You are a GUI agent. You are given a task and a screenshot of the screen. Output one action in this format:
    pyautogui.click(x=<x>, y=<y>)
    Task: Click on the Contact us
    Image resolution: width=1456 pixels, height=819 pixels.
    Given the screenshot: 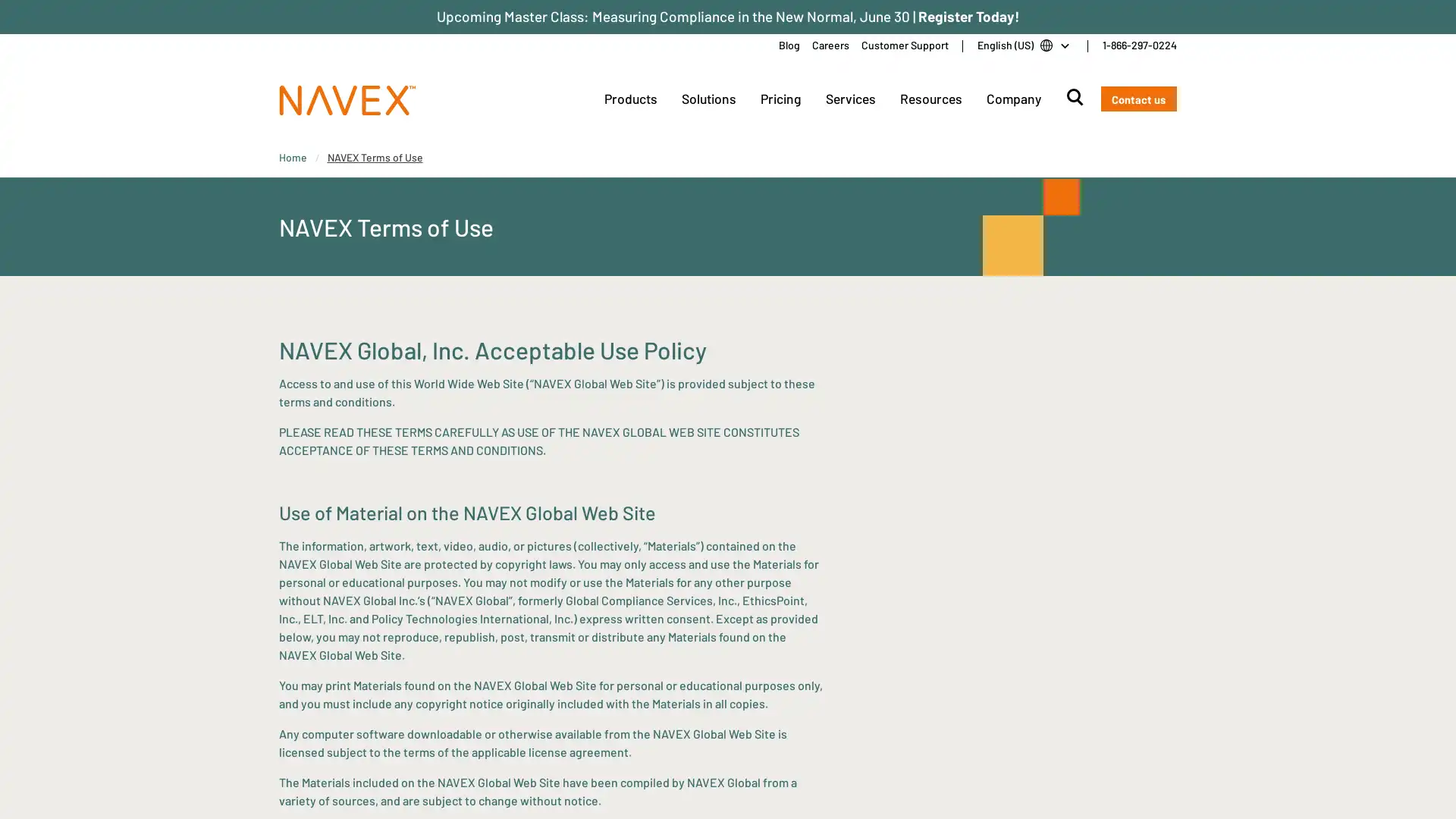 What is the action you would take?
    pyautogui.click(x=1138, y=99)
    